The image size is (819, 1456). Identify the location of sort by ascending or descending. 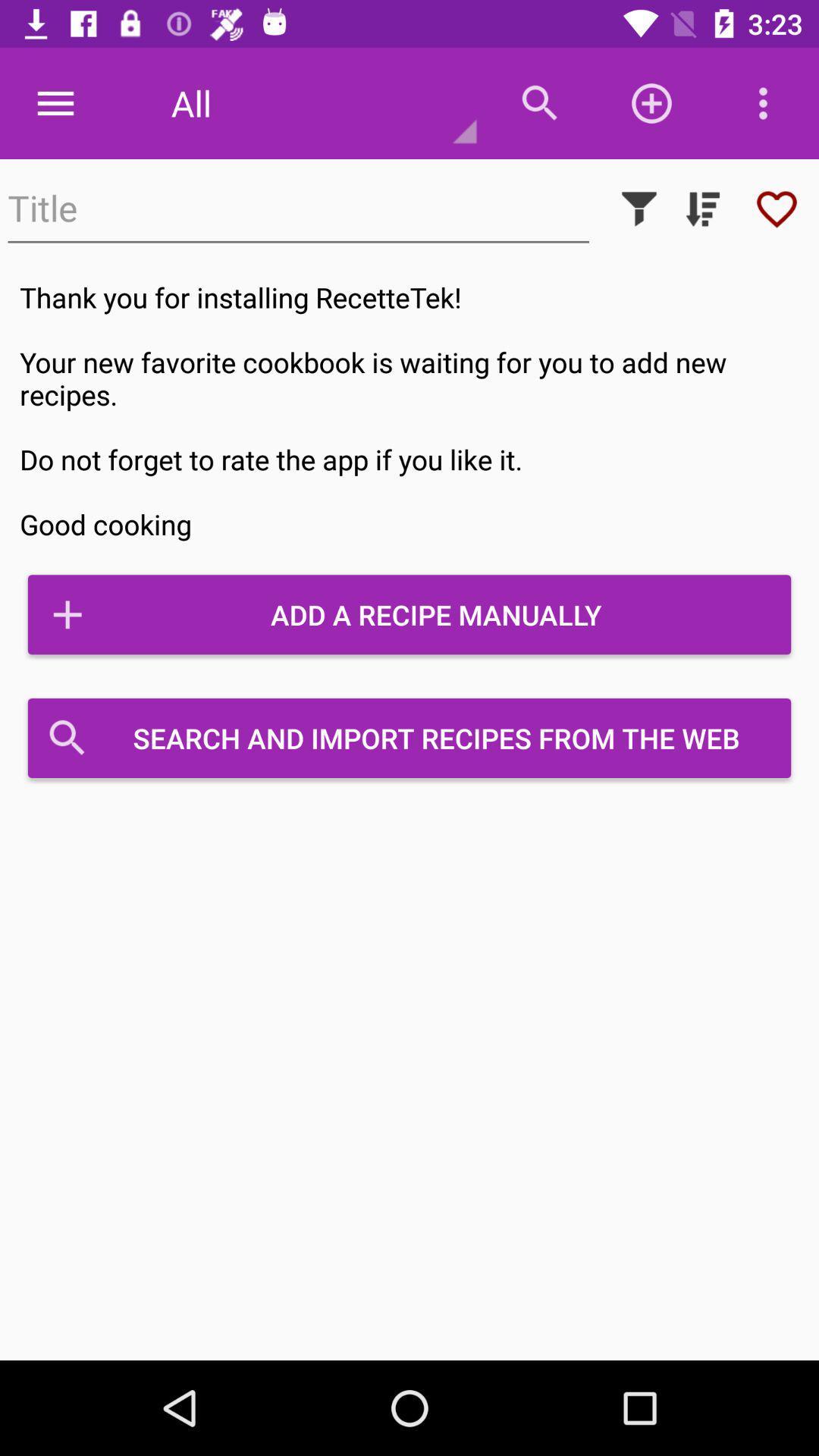
(702, 208).